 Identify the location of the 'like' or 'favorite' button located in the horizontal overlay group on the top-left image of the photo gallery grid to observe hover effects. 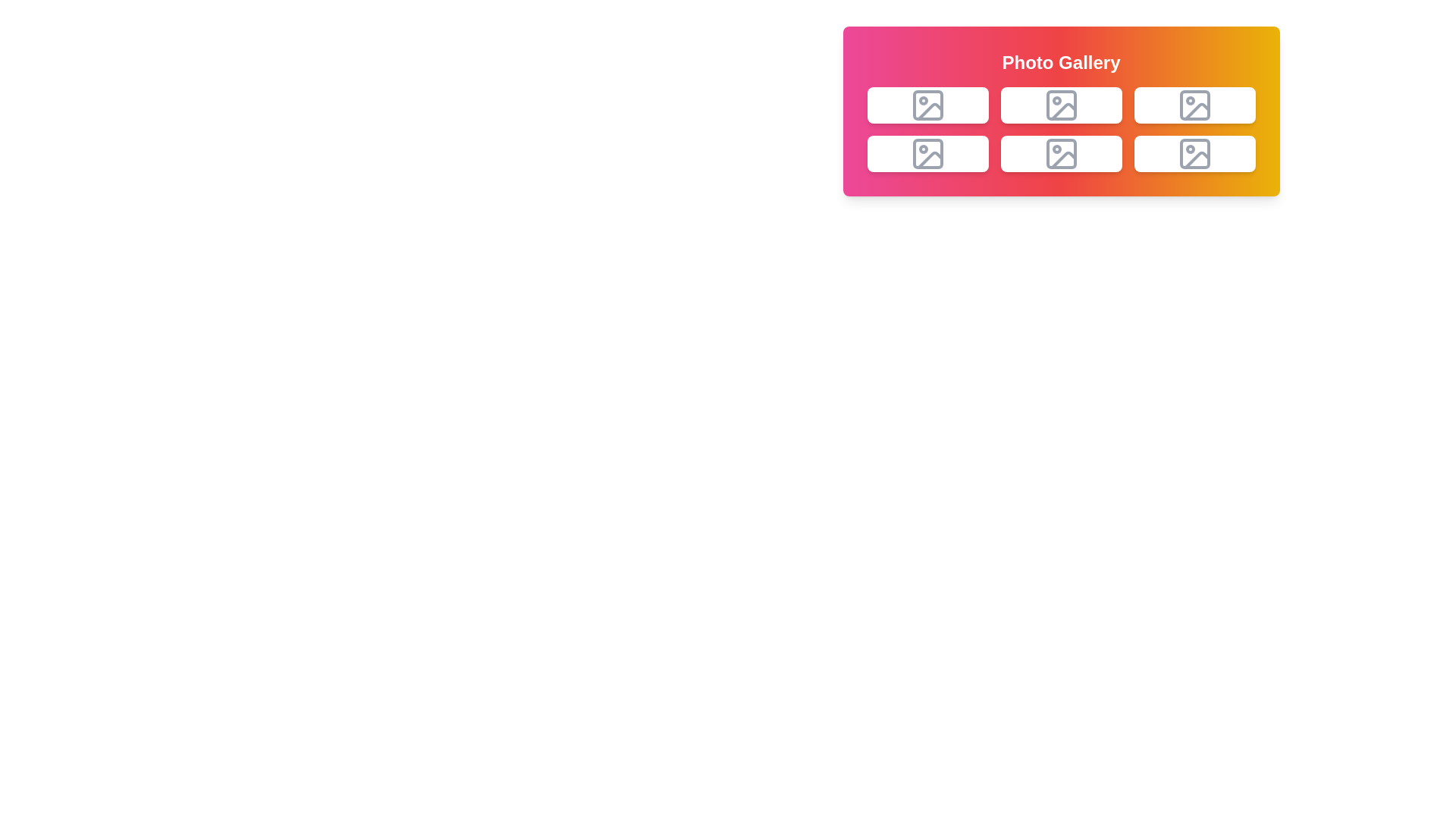
(946, 104).